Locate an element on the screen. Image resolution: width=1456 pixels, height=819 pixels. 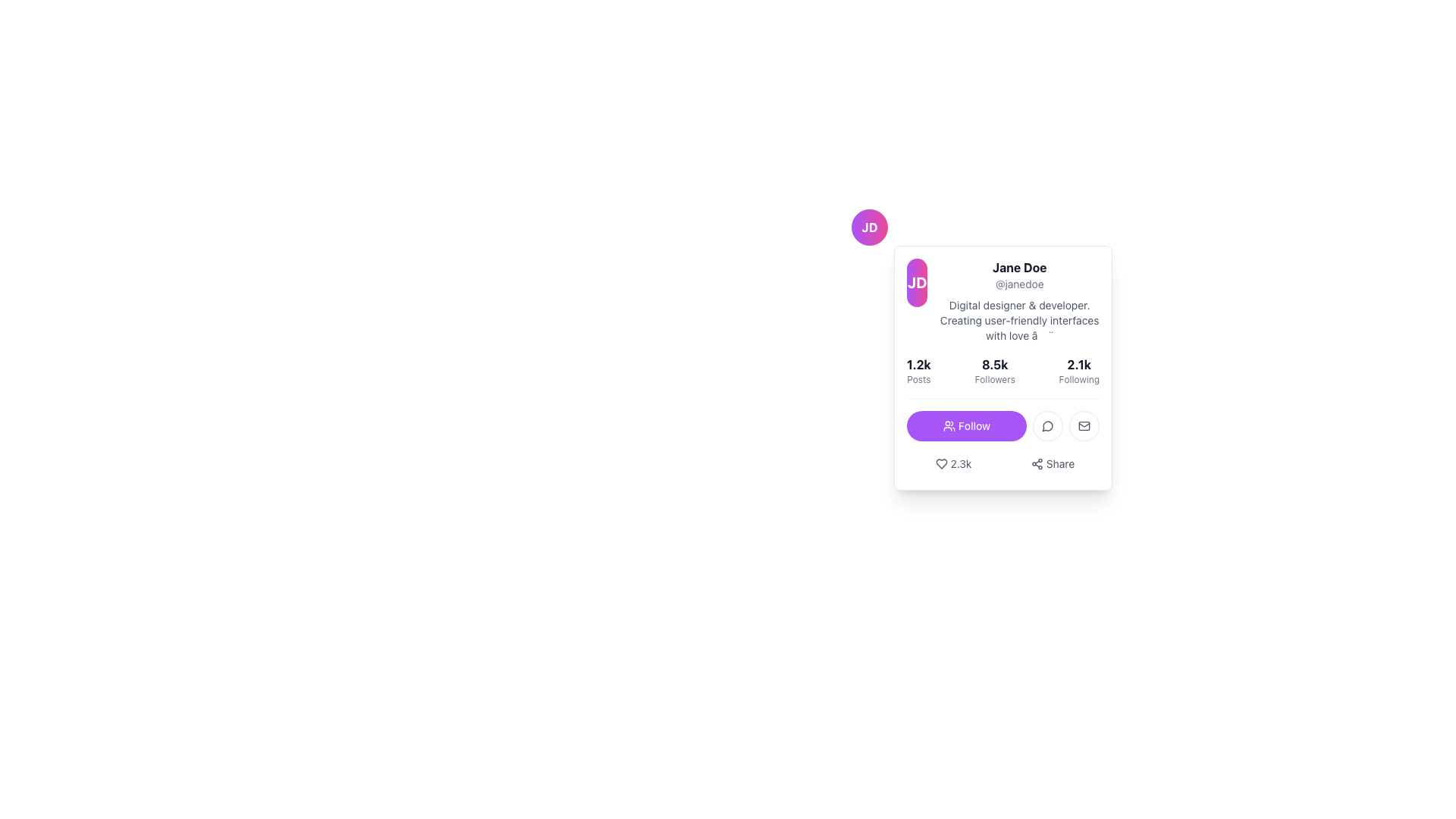
the text label that serves as a descriptor for the follower count, which is vertically aligned below the '8.5k' text and is centered horizontally in the middle group of three such sections is located at coordinates (995, 379).